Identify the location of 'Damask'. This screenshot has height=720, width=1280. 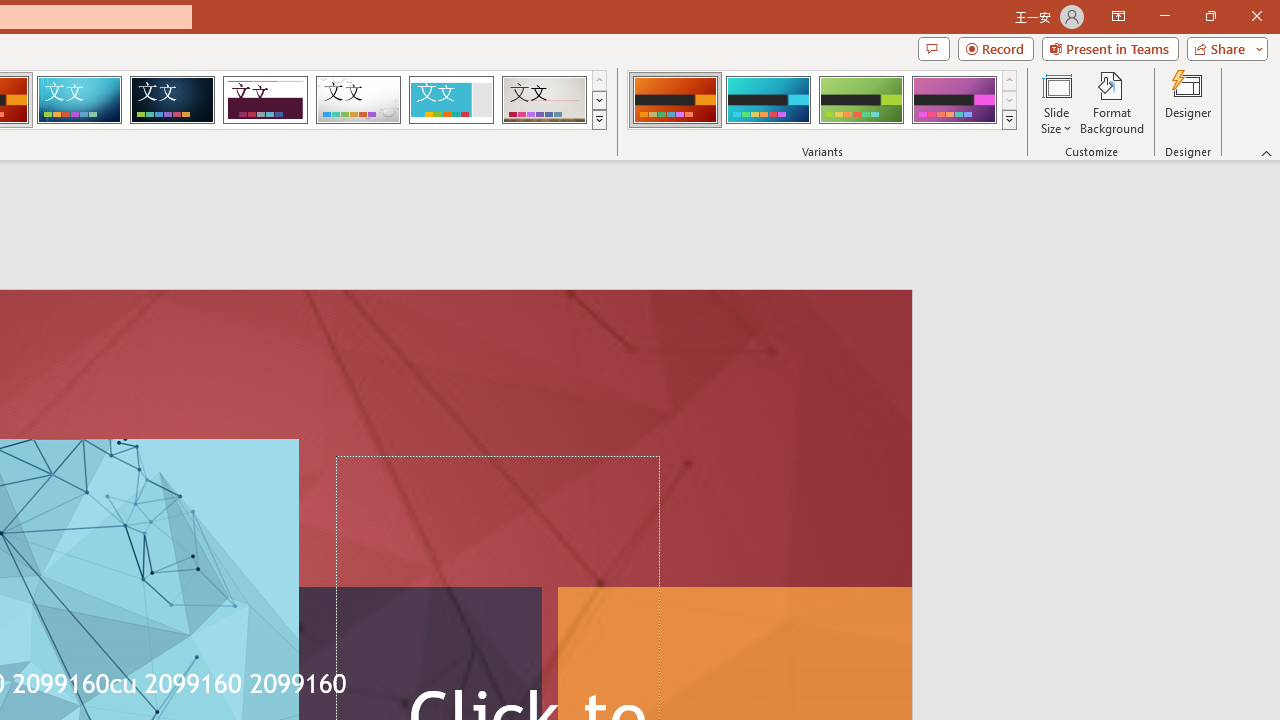
(172, 100).